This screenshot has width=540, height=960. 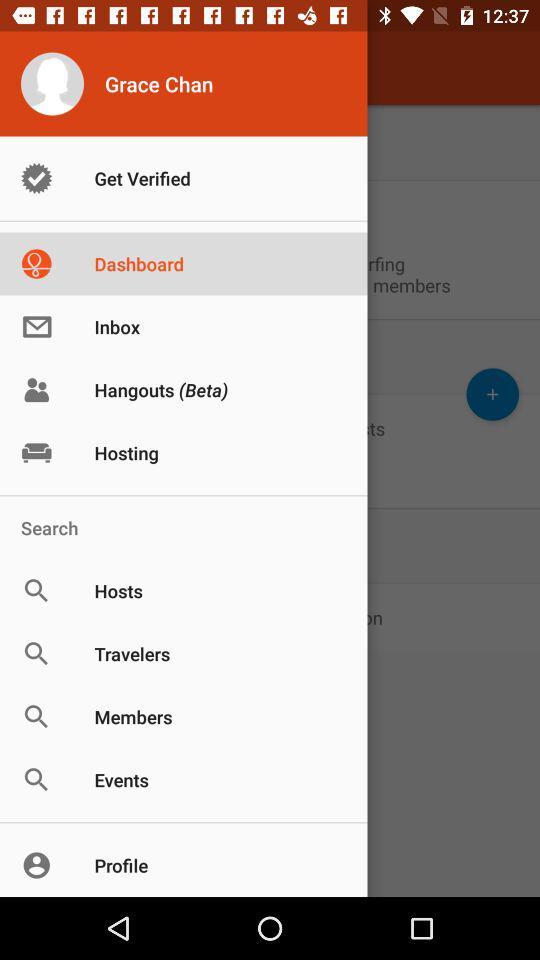 I want to click on the add icon, so click(x=491, y=393).